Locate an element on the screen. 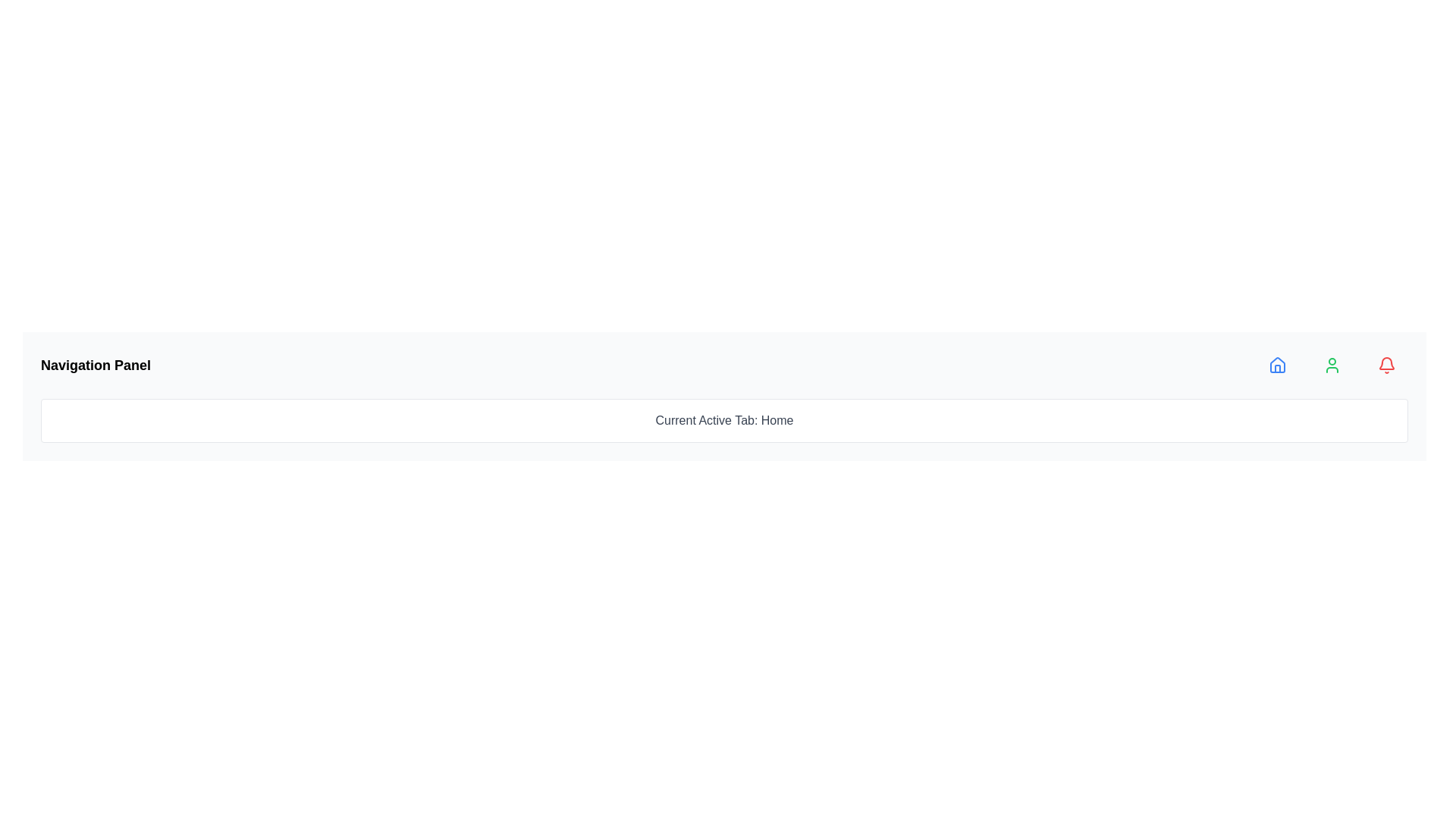 This screenshot has height=819, width=1456. the title label in the top-left corner of the navigation section, which aids users in identifying the corresponding functionality or section of the interface is located at coordinates (95, 366).